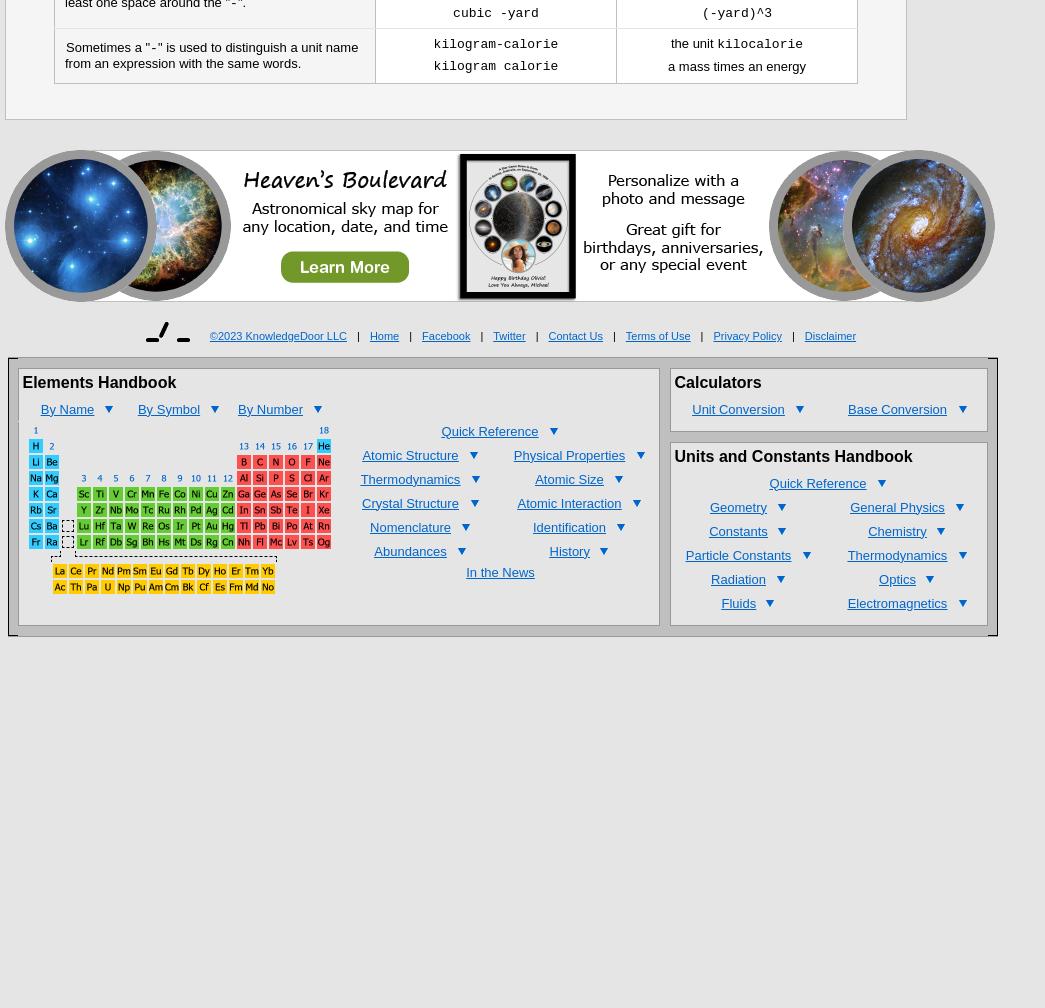 The height and width of the screenshot is (1008, 1045). I want to click on 'kilocalorie', so click(715, 44).